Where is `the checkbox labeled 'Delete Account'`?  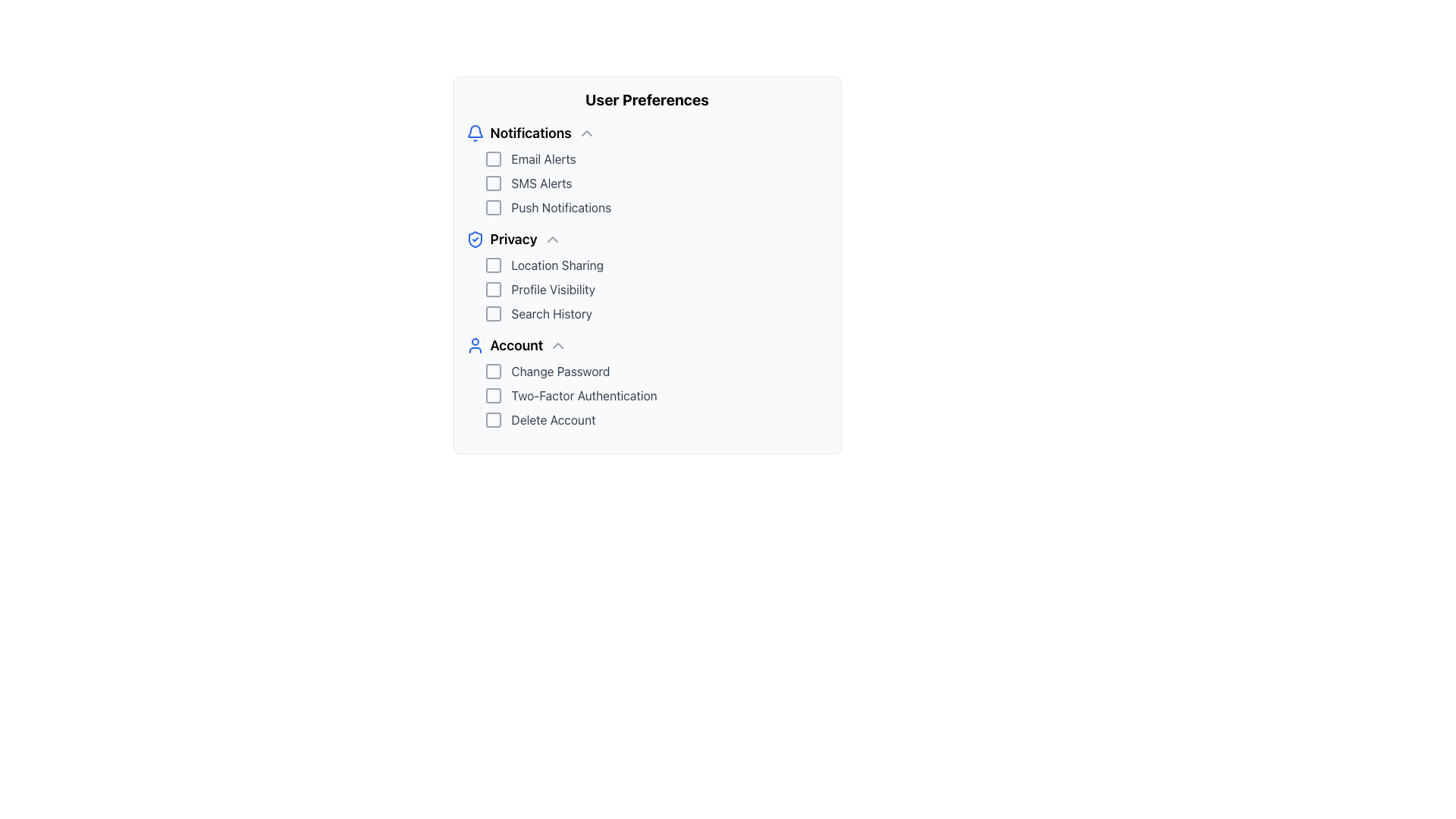
the checkbox labeled 'Delete Account' is located at coordinates (656, 420).